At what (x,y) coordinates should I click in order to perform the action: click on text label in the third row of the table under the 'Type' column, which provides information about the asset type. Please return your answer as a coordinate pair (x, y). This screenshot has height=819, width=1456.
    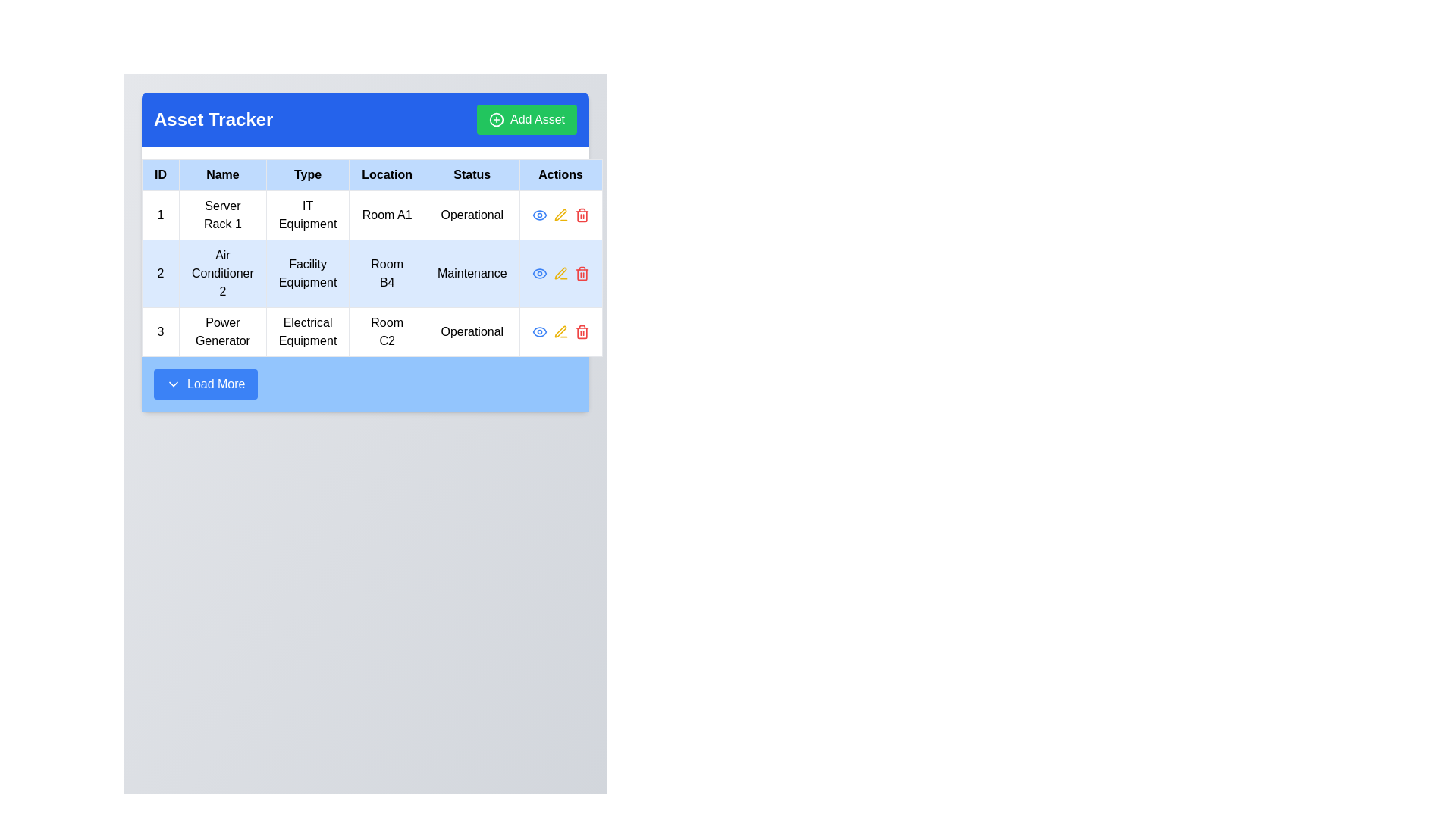
    Looking at the image, I should click on (307, 331).